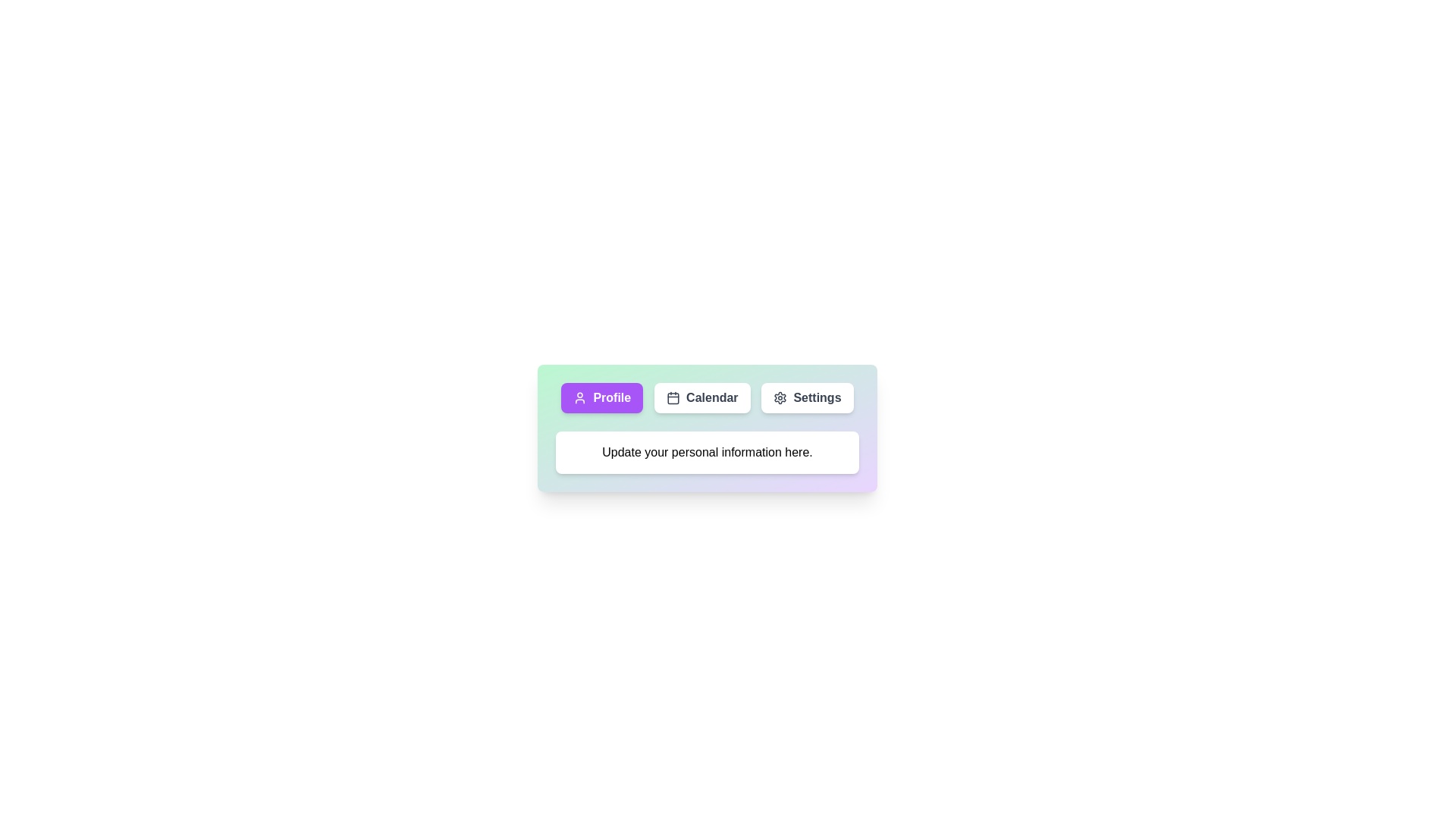 This screenshot has width=1456, height=819. Describe the element at coordinates (612, 397) in the screenshot. I see `the text label indicating the purpose of the user profile button to check for interactive effects` at that location.